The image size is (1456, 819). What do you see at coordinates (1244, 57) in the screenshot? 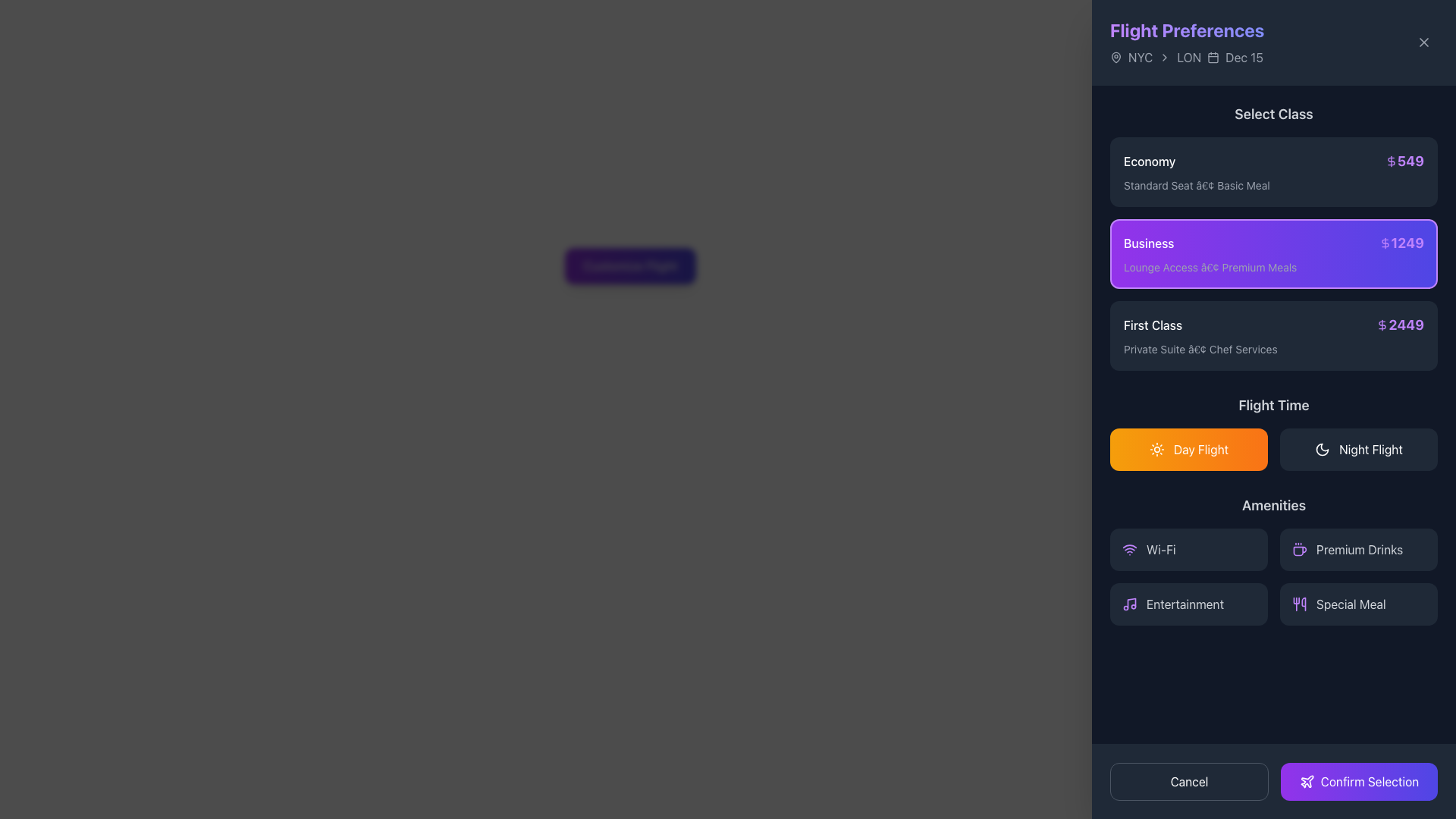
I see `the static text label that conveys the selected date, positioned towards the right in the header section, adjacent to a calendar icon` at bounding box center [1244, 57].